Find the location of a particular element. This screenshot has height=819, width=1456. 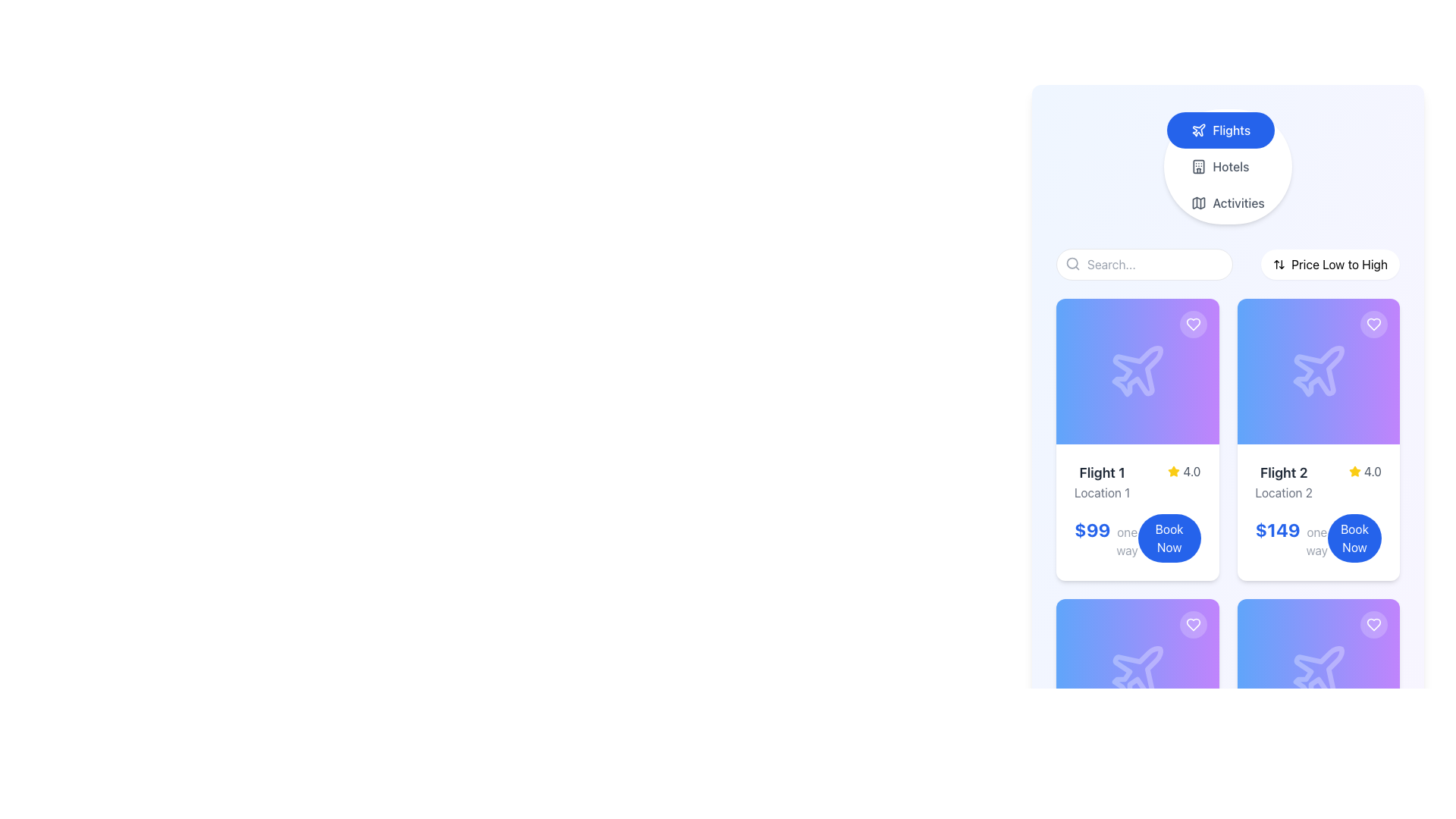

the prominent airplane icon located centrally within the second card from the top in a vertical list, which features a gradient background of purple and blue is located at coordinates (1317, 371).